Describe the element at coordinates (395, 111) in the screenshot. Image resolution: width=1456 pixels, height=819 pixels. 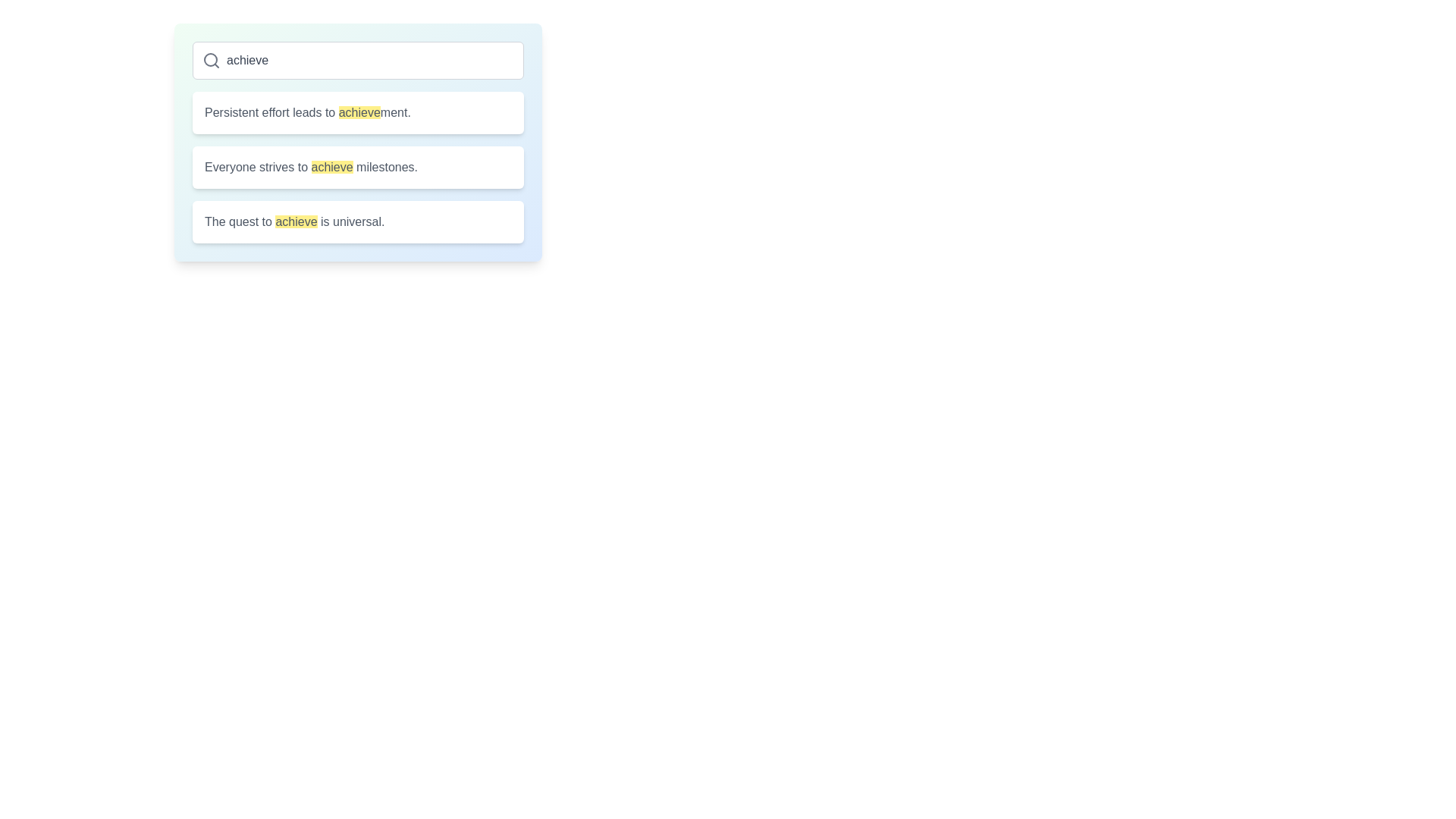
I see `the text fragment 'ment.' which is styled consistently with surrounding text and located at the end of the sentence 'Persistent effort leads to achievement.'` at that location.